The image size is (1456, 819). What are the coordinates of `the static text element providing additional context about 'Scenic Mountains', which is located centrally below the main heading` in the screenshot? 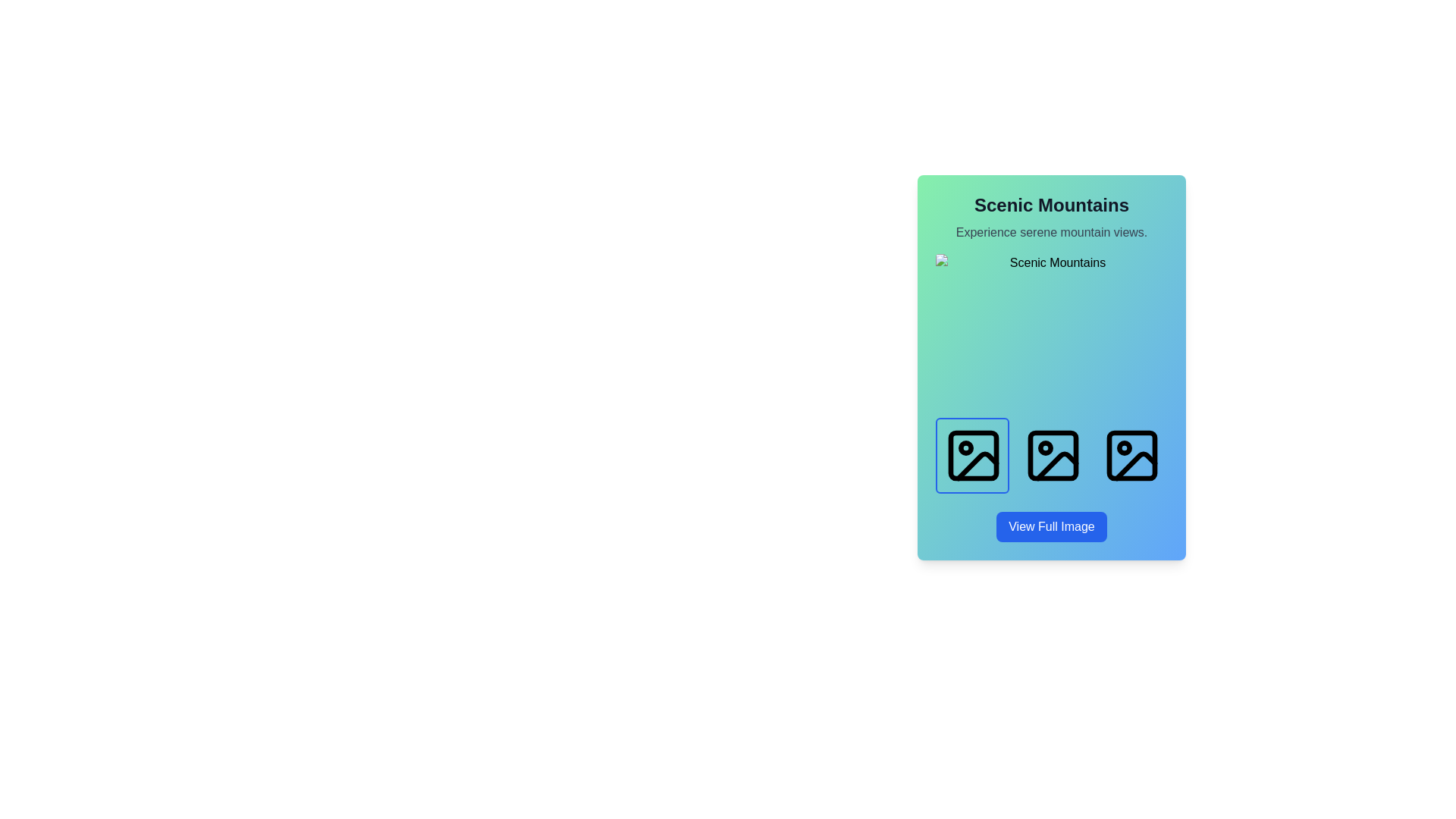 It's located at (1051, 233).